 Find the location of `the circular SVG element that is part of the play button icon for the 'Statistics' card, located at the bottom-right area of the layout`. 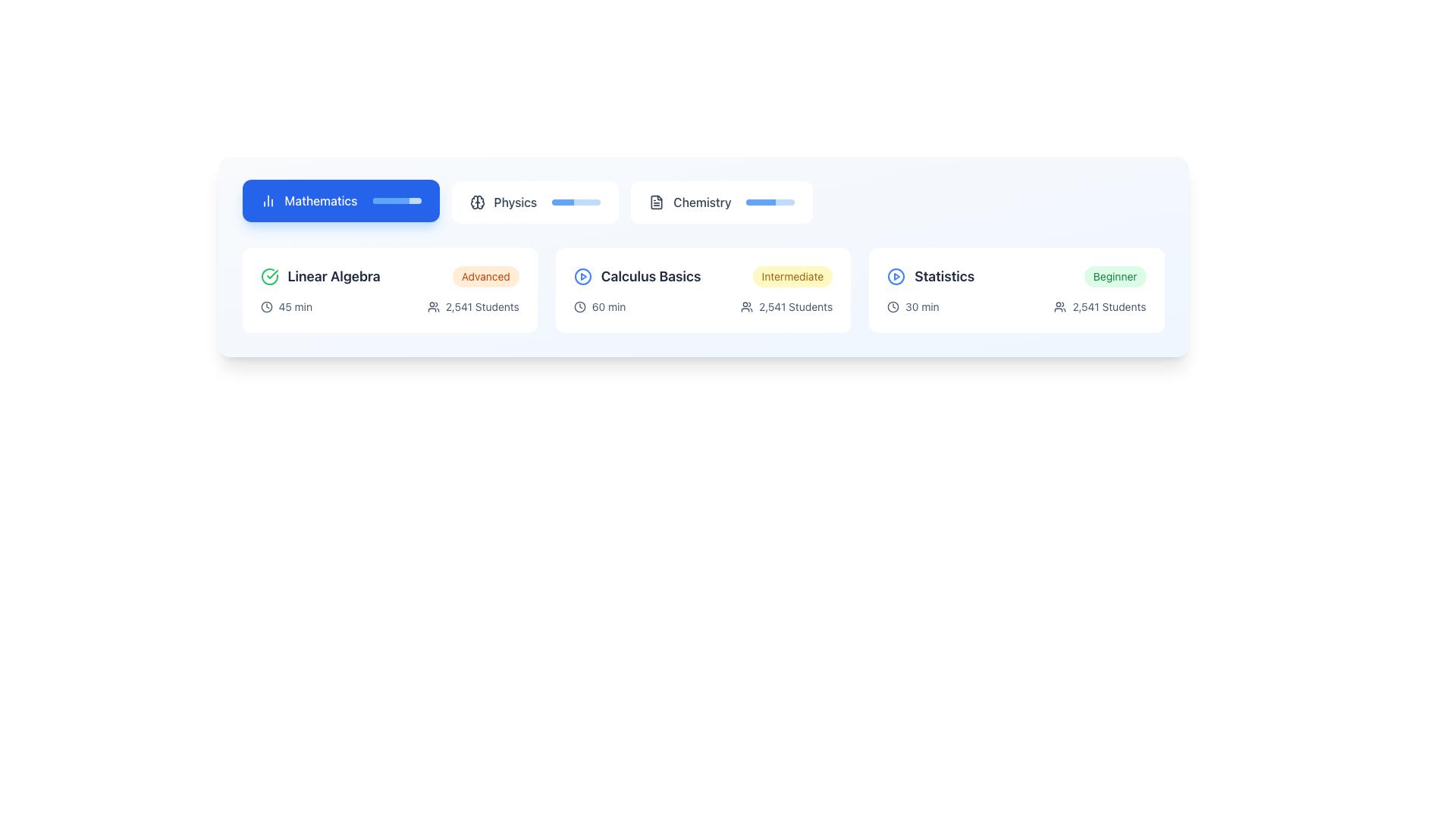

the circular SVG element that is part of the play button icon for the 'Statistics' card, located at the bottom-right area of the layout is located at coordinates (896, 277).